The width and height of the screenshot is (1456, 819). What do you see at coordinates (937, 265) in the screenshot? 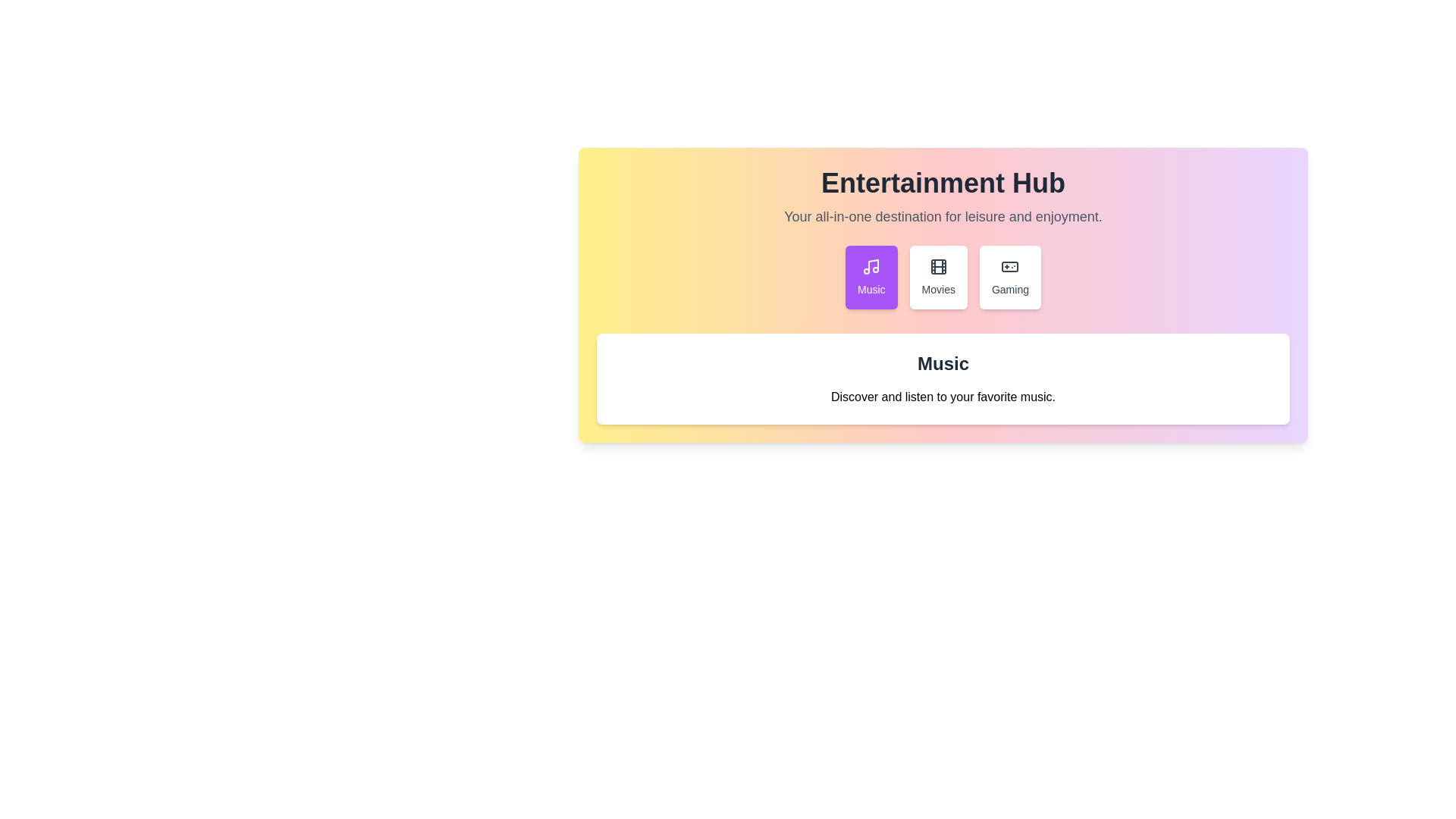
I see `the Decorative SVG rectangle that represents the 'Movies' section in the entertainment hub interface, which is centrally located within the second icon of the horizontal arrangement of three options` at bounding box center [937, 265].